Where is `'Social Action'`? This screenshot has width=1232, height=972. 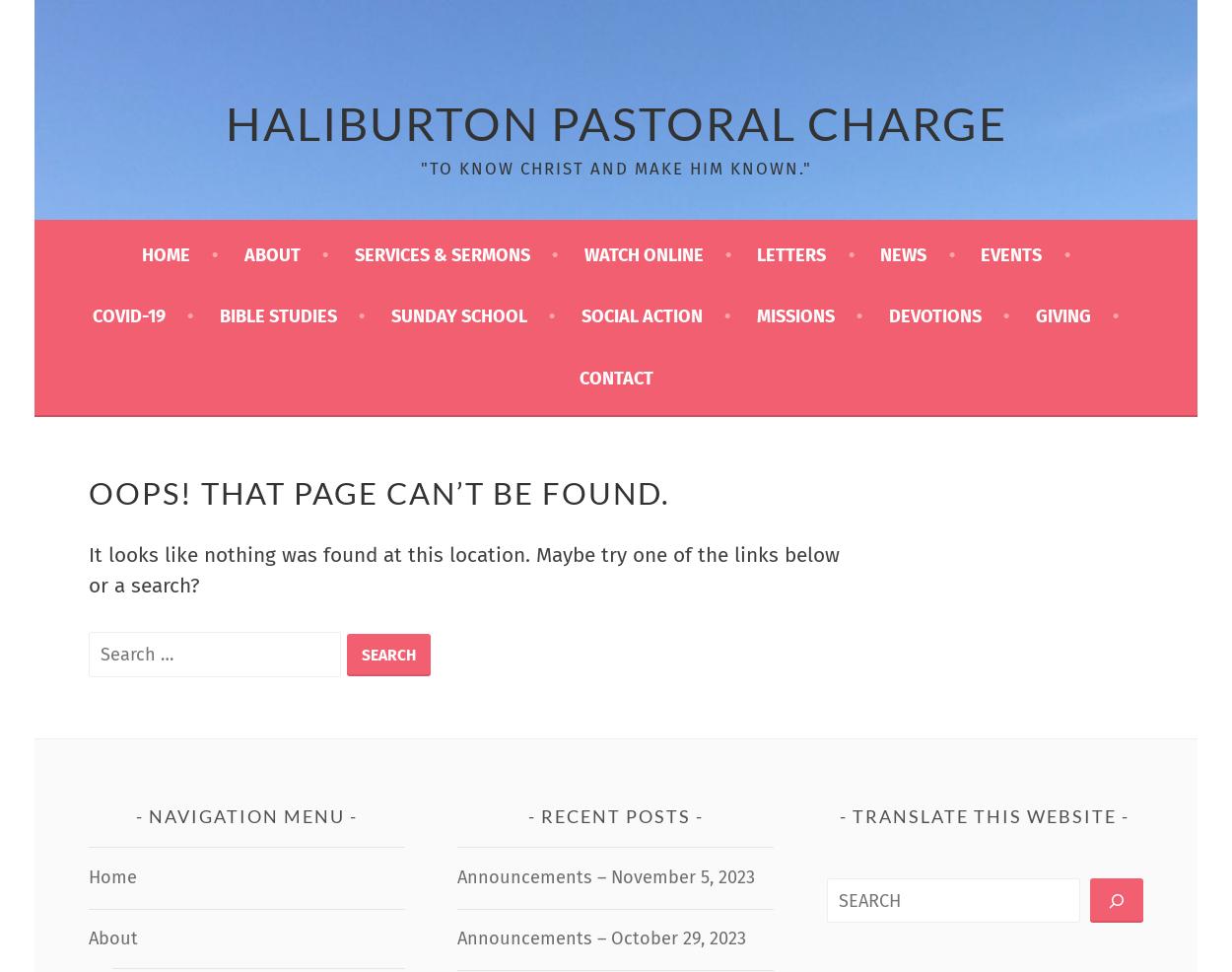 'Social Action' is located at coordinates (642, 316).